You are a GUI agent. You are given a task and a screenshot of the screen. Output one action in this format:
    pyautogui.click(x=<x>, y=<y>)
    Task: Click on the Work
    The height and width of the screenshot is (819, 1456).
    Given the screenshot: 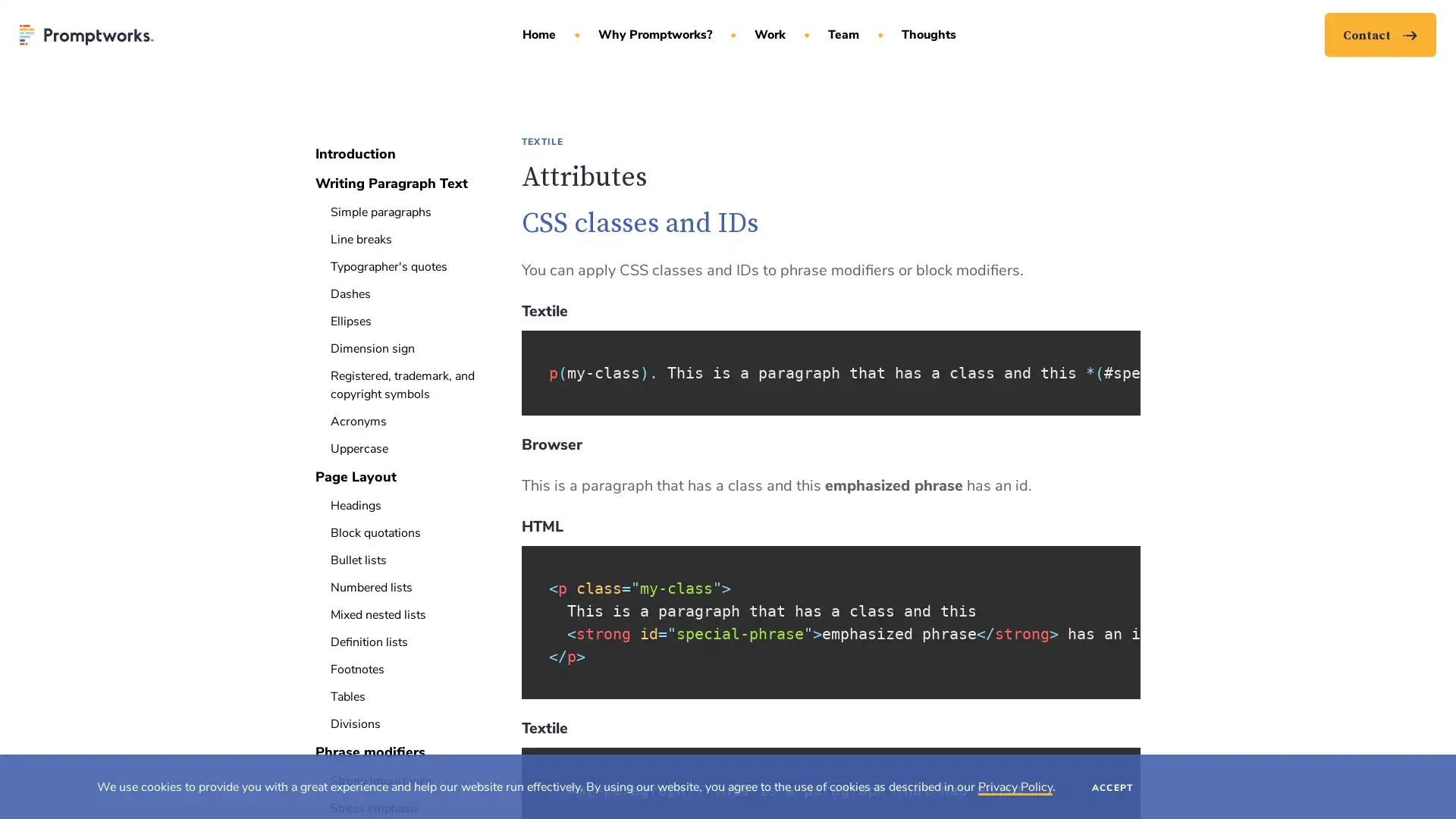 What is the action you would take?
    pyautogui.click(x=775, y=49)
    